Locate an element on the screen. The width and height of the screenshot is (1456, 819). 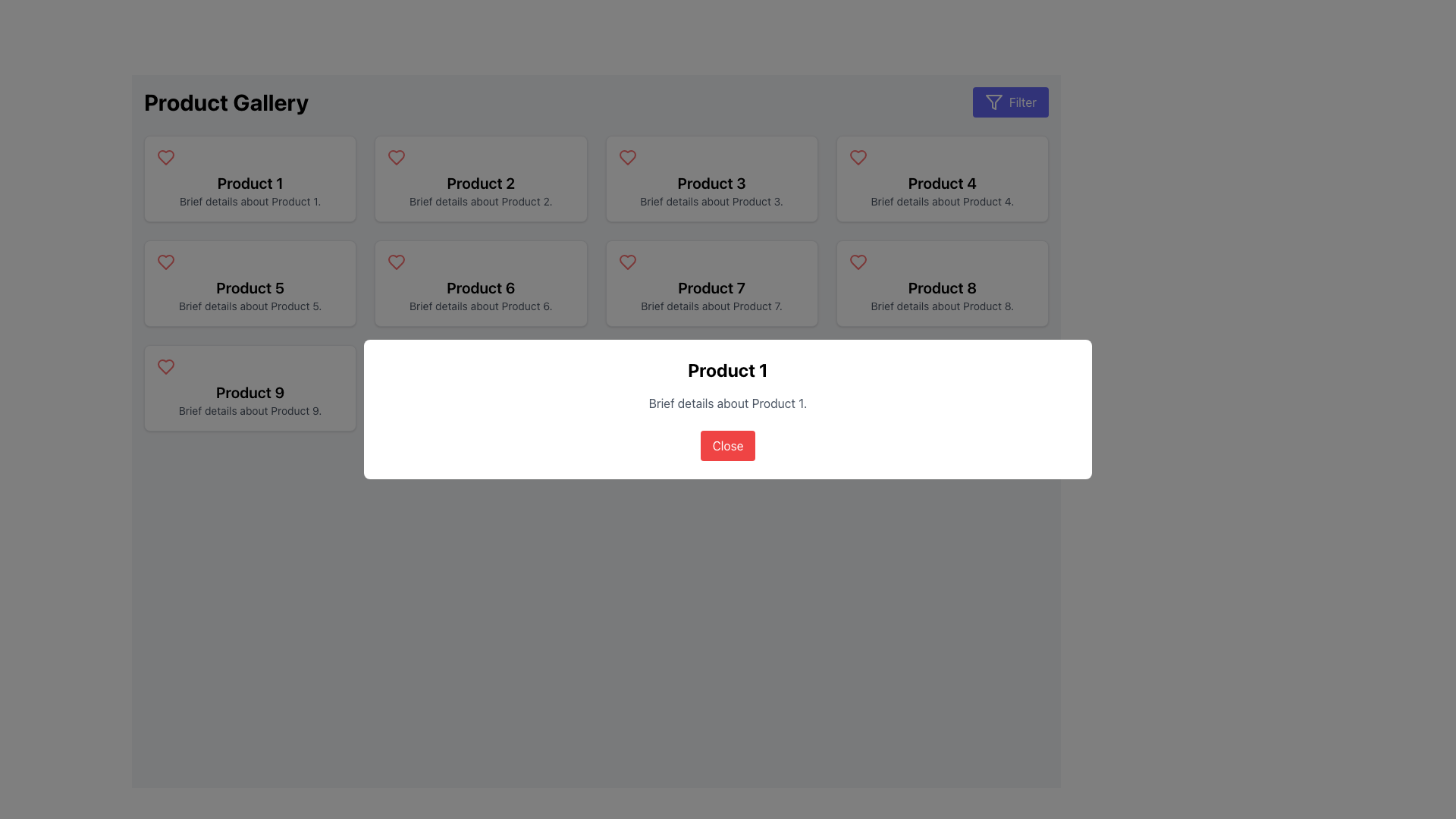
the bold text label displaying 'Product Gallery', which is a prominent header located at the top-left of the interface, above the product cards and to the left of the 'Filter' button is located at coordinates (225, 102).